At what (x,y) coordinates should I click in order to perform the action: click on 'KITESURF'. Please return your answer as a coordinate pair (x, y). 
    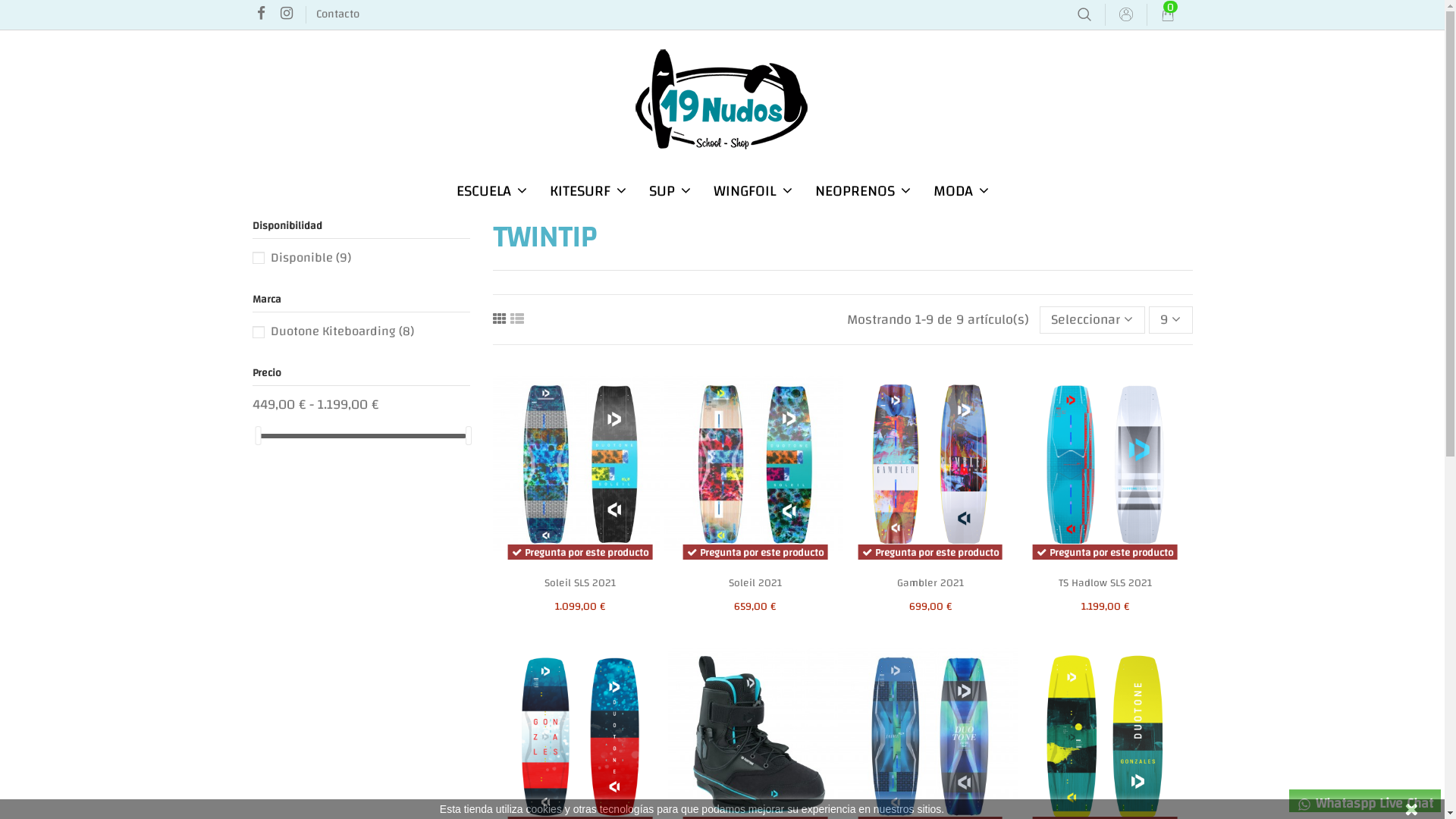
    Looking at the image, I should click on (538, 190).